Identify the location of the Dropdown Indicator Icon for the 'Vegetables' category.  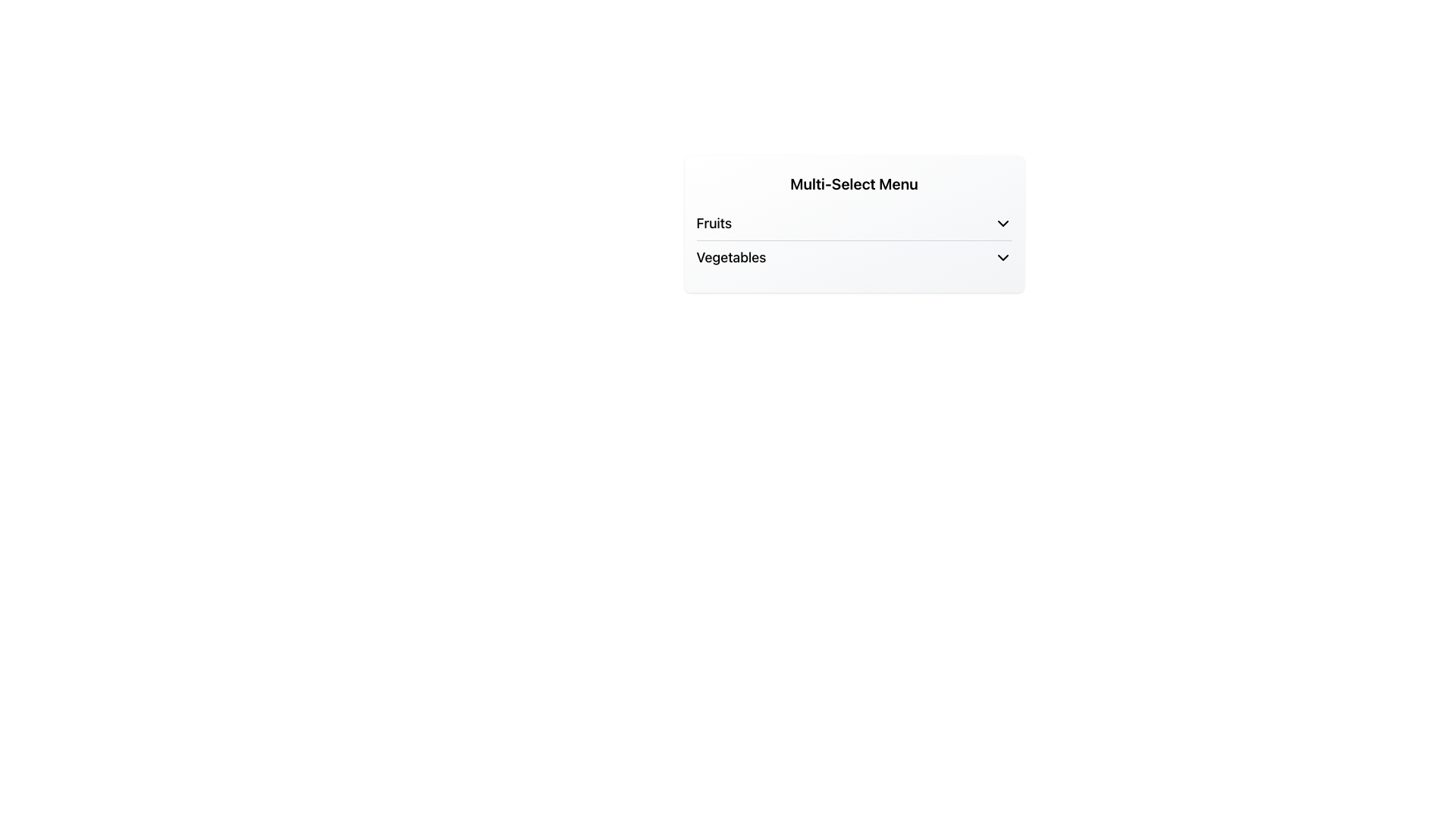
(1003, 256).